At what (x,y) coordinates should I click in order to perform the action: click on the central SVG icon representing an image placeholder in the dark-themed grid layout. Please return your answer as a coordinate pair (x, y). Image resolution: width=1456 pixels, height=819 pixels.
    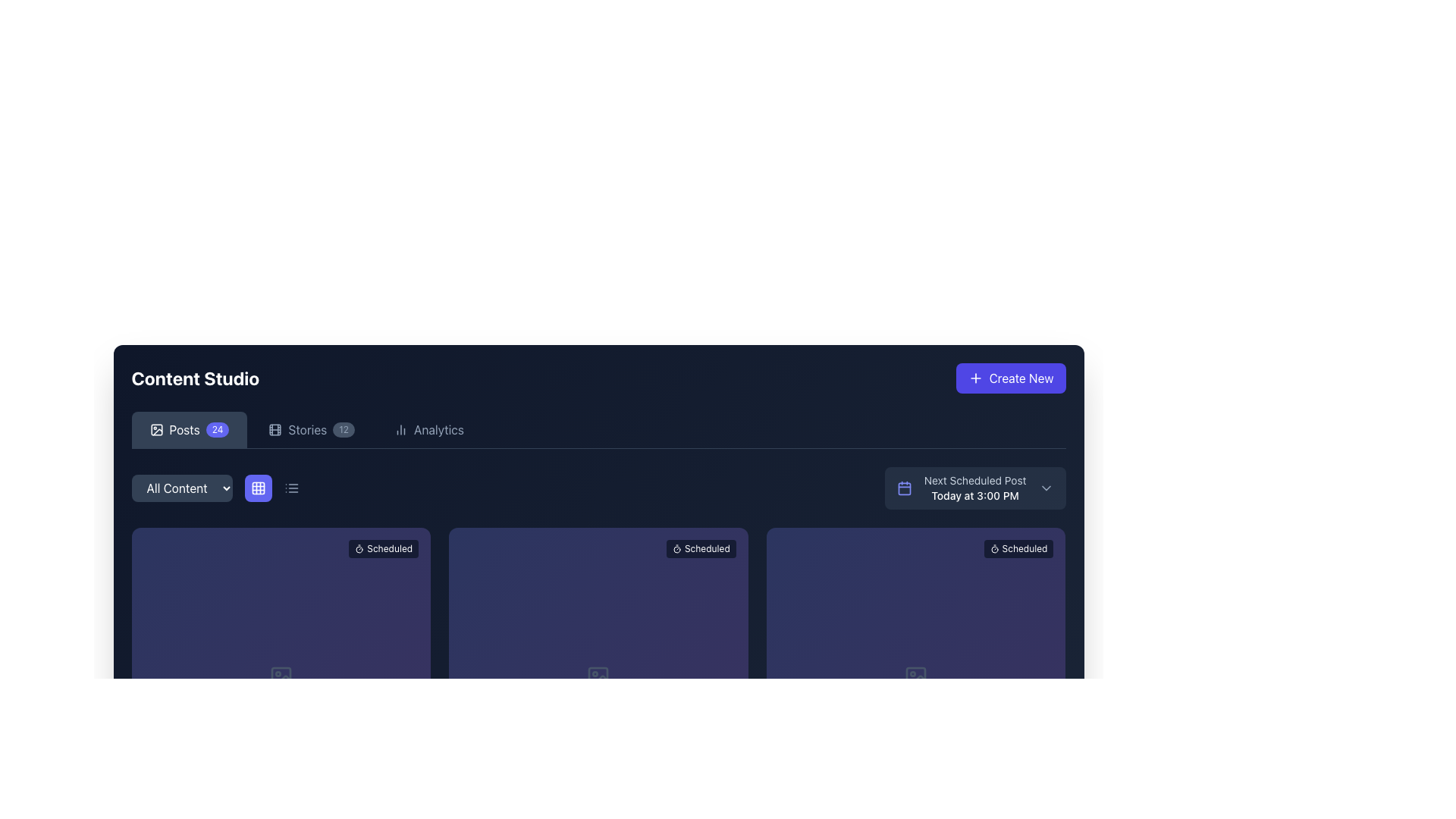
    Looking at the image, I should click on (598, 676).